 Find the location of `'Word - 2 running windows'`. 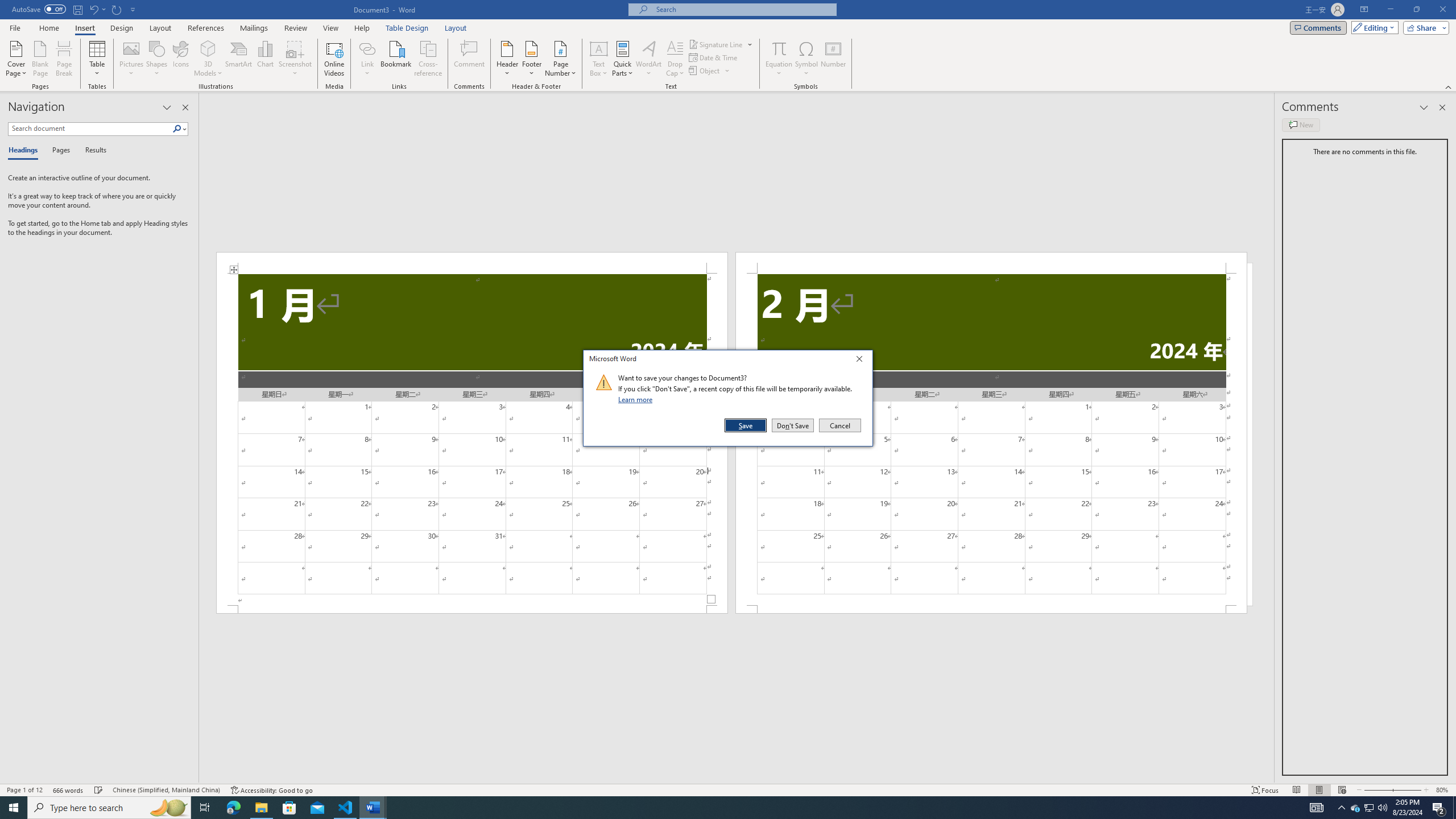

'Word - 2 running windows' is located at coordinates (373, 806).